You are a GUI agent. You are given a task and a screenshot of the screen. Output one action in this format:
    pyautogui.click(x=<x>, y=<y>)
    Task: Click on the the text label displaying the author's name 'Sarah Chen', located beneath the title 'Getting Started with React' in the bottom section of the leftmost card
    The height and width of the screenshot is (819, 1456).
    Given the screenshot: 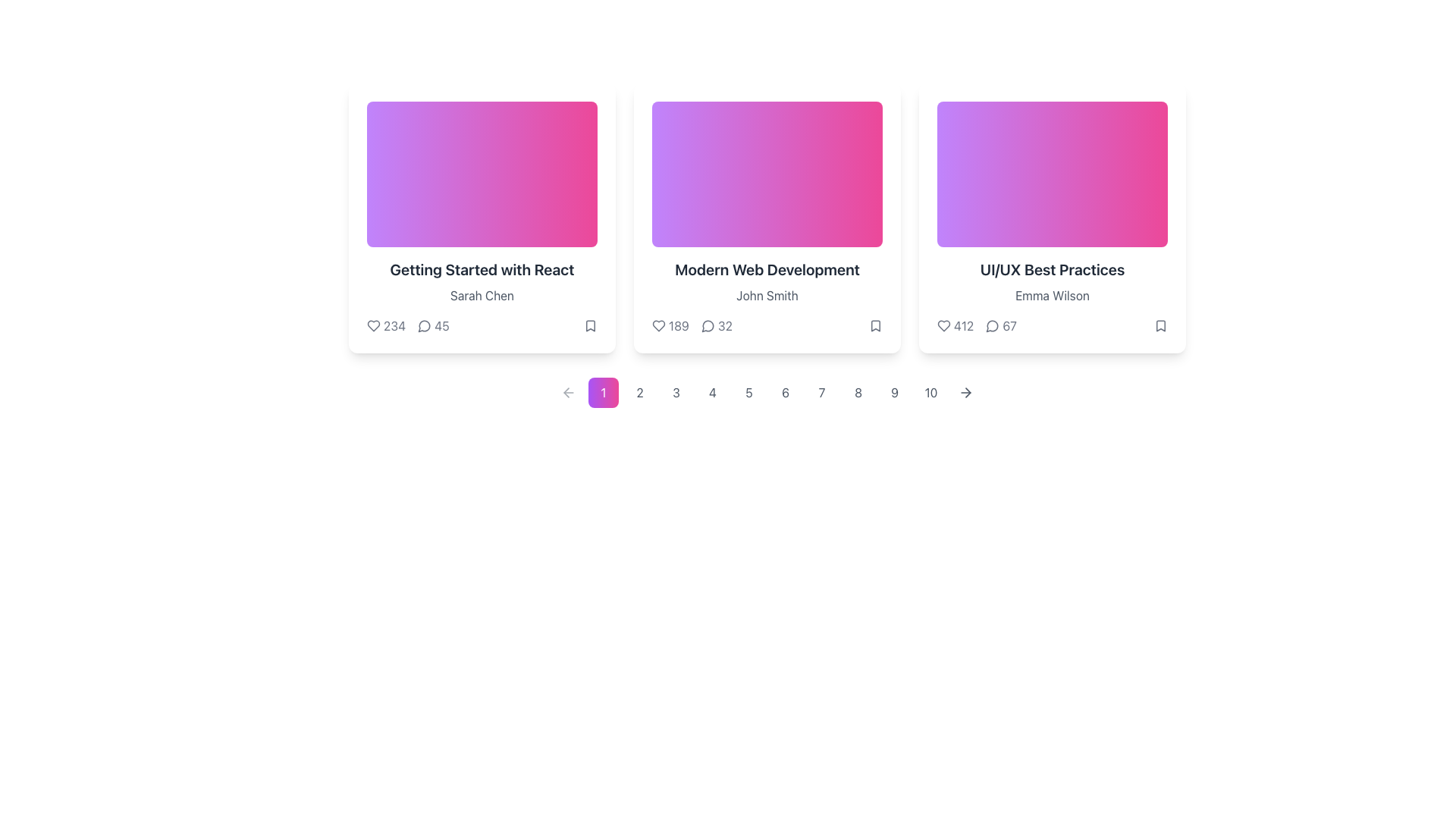 What is the action you would take?
    pyautogui.click(x=481, y=295)
    